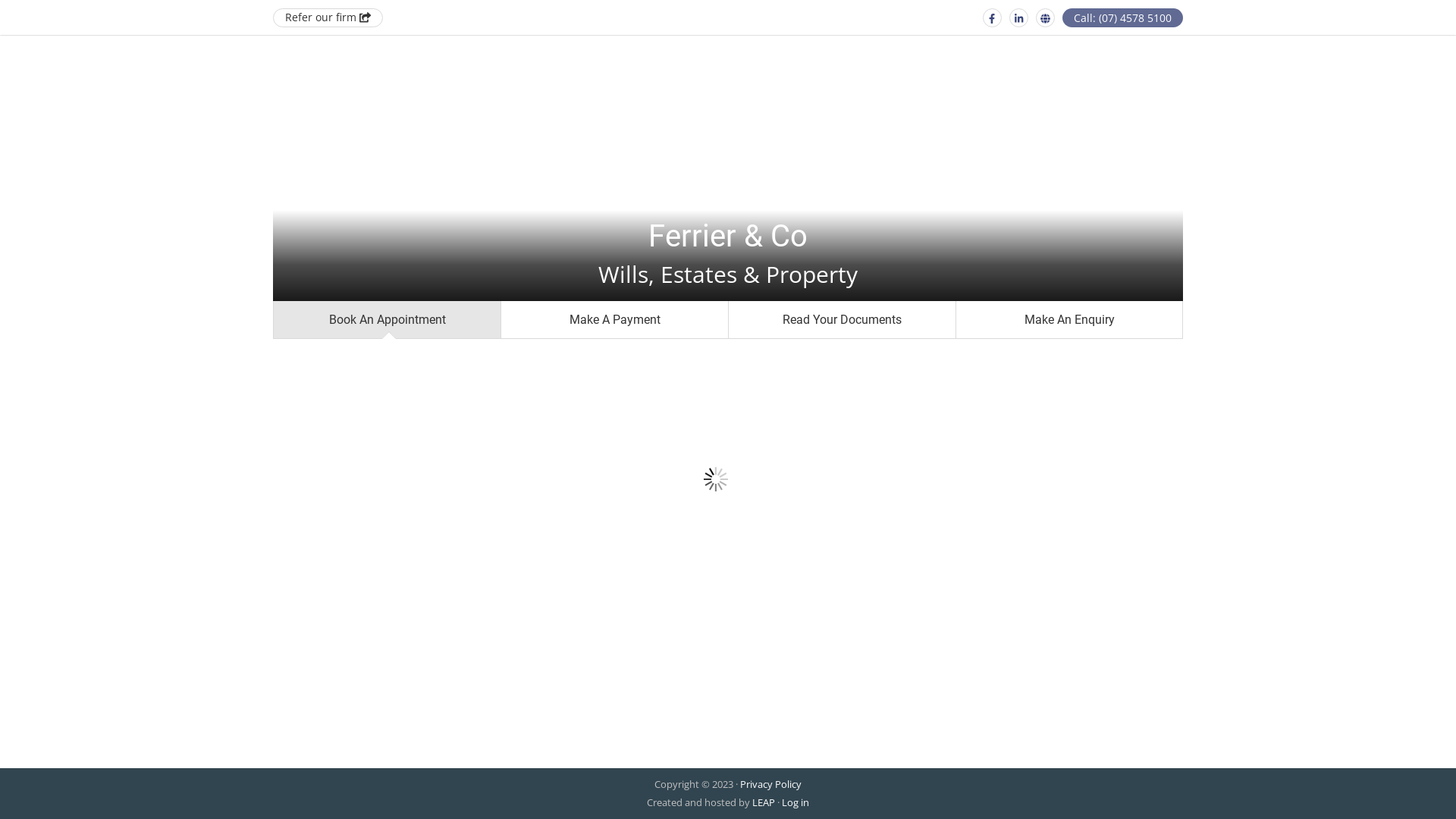  Describe the element at coordinates (1018, 17) in the screenshot. I see `'Linkedin'` at that location.